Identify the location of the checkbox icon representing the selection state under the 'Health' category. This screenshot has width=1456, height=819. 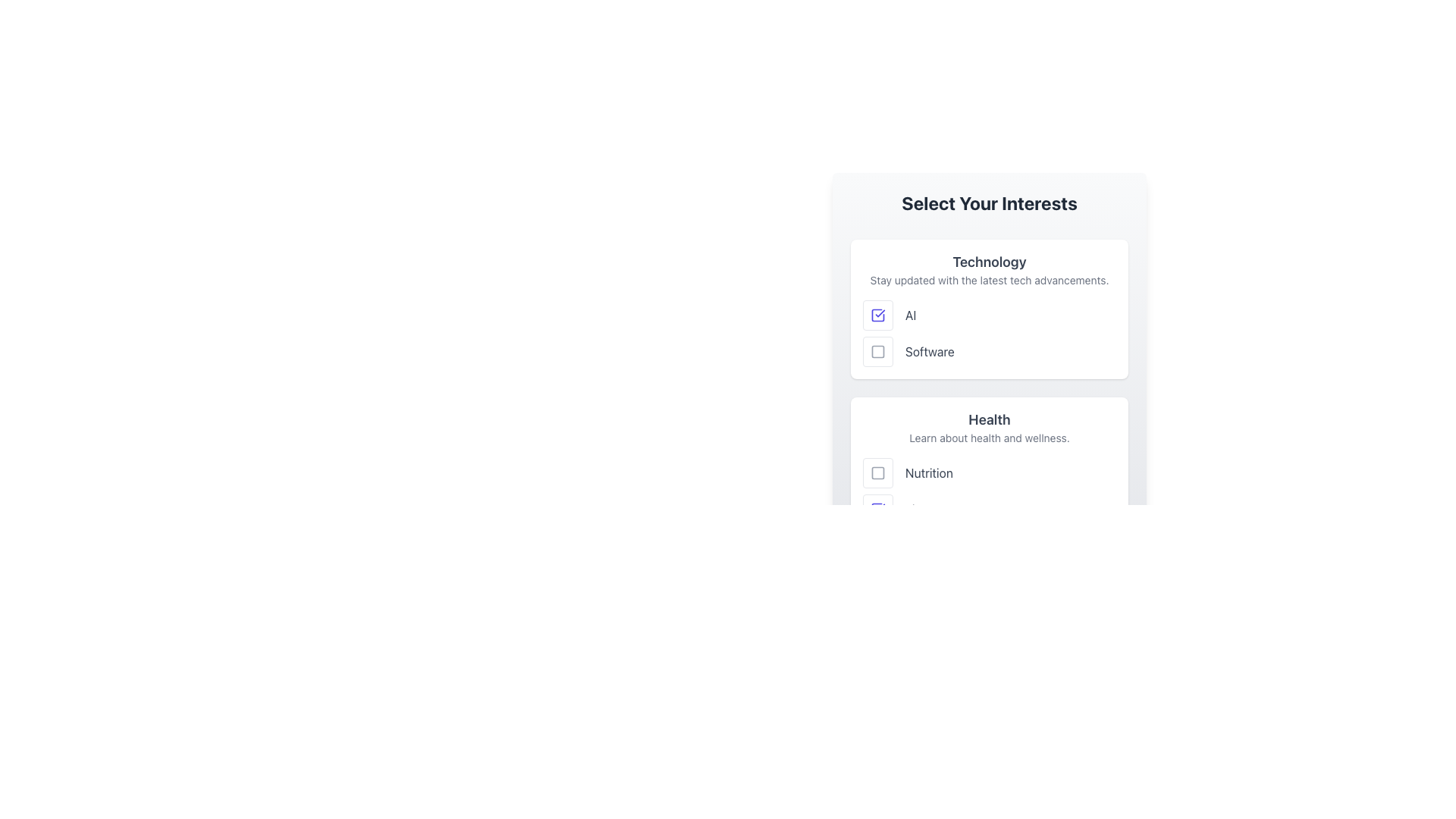
(877, 509).